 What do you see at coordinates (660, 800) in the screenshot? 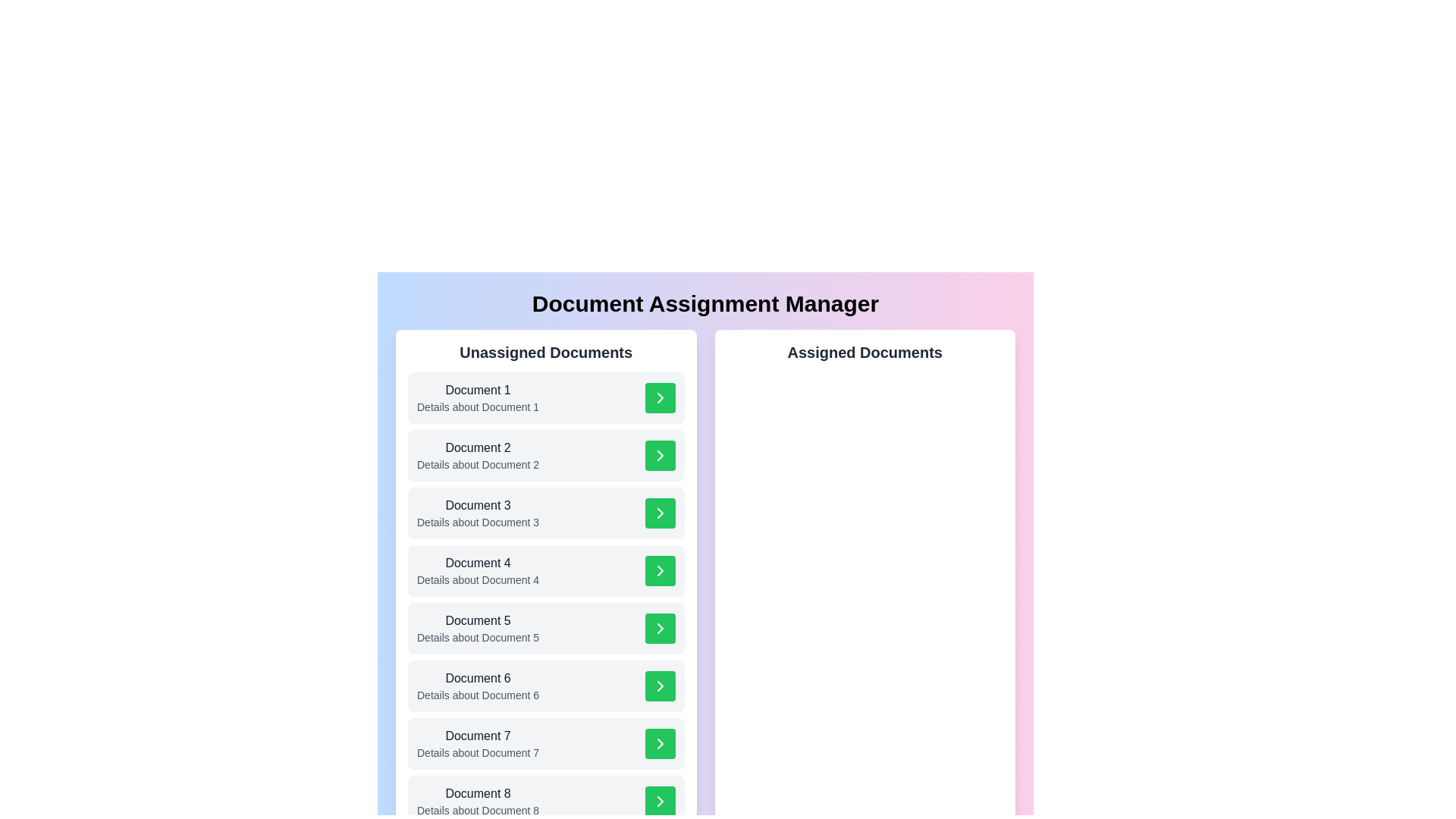
I see `the right-pointing chevron icon within the green button located at the far right of the 'Document 8' card in the 'Unassigned Documents' section` at bounding box center [660, 800].